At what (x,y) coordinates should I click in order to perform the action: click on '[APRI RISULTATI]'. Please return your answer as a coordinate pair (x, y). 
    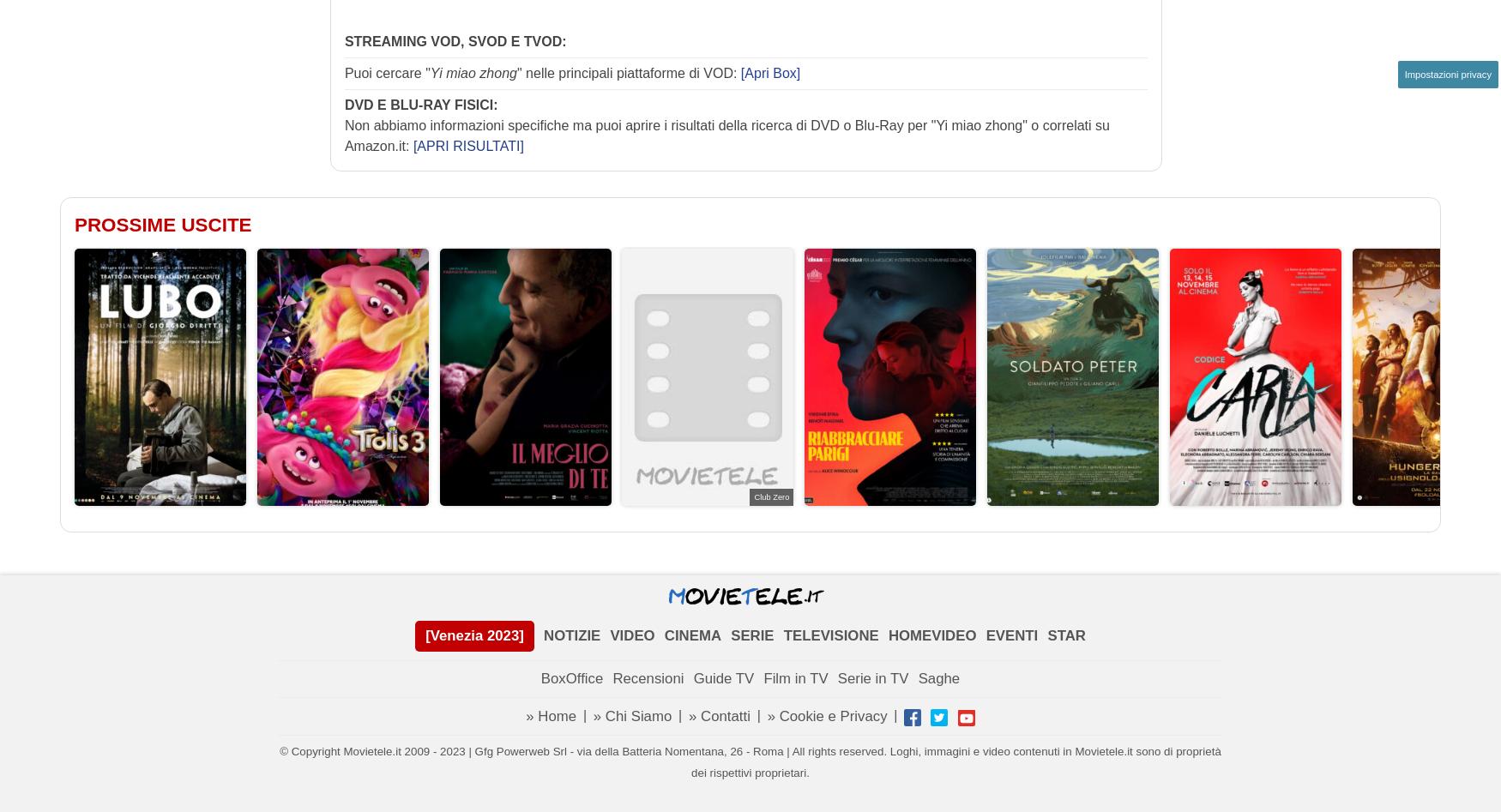
    Looking at the image, I should click on (467, 144).